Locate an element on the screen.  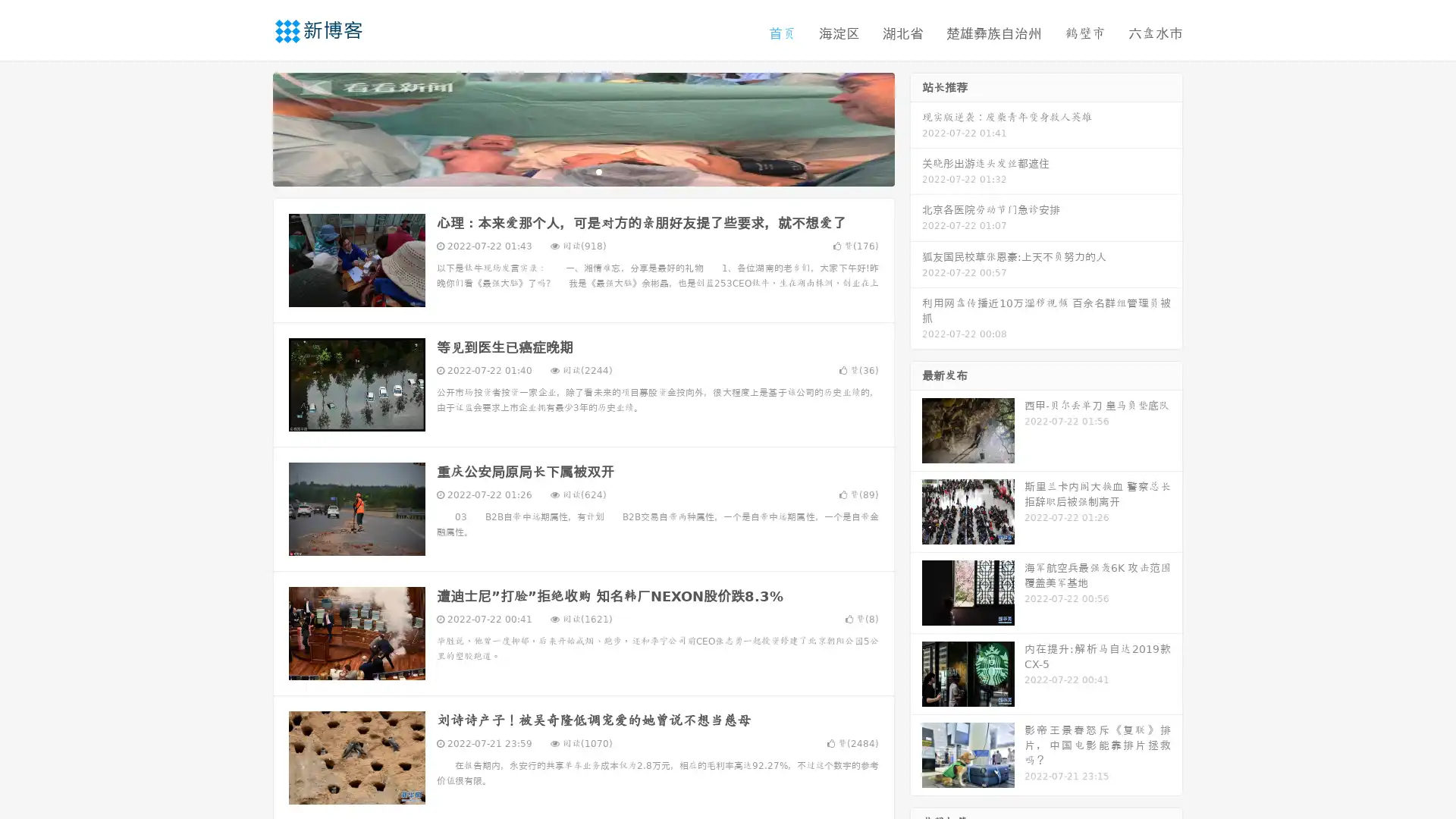
Go to slide 1 is located at coordinates (567, 171).